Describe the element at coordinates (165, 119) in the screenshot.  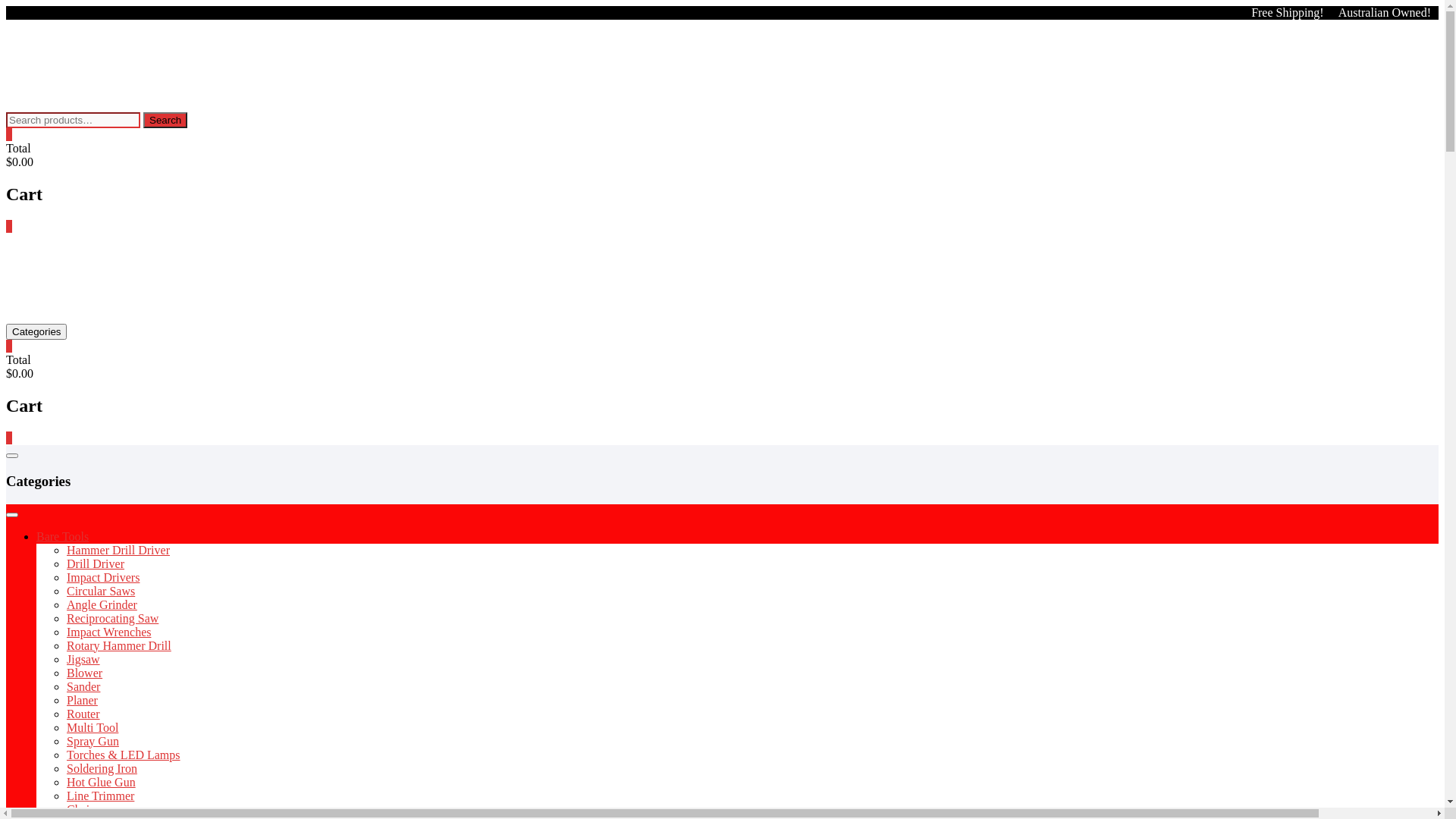
I see `'Search'` at that location.